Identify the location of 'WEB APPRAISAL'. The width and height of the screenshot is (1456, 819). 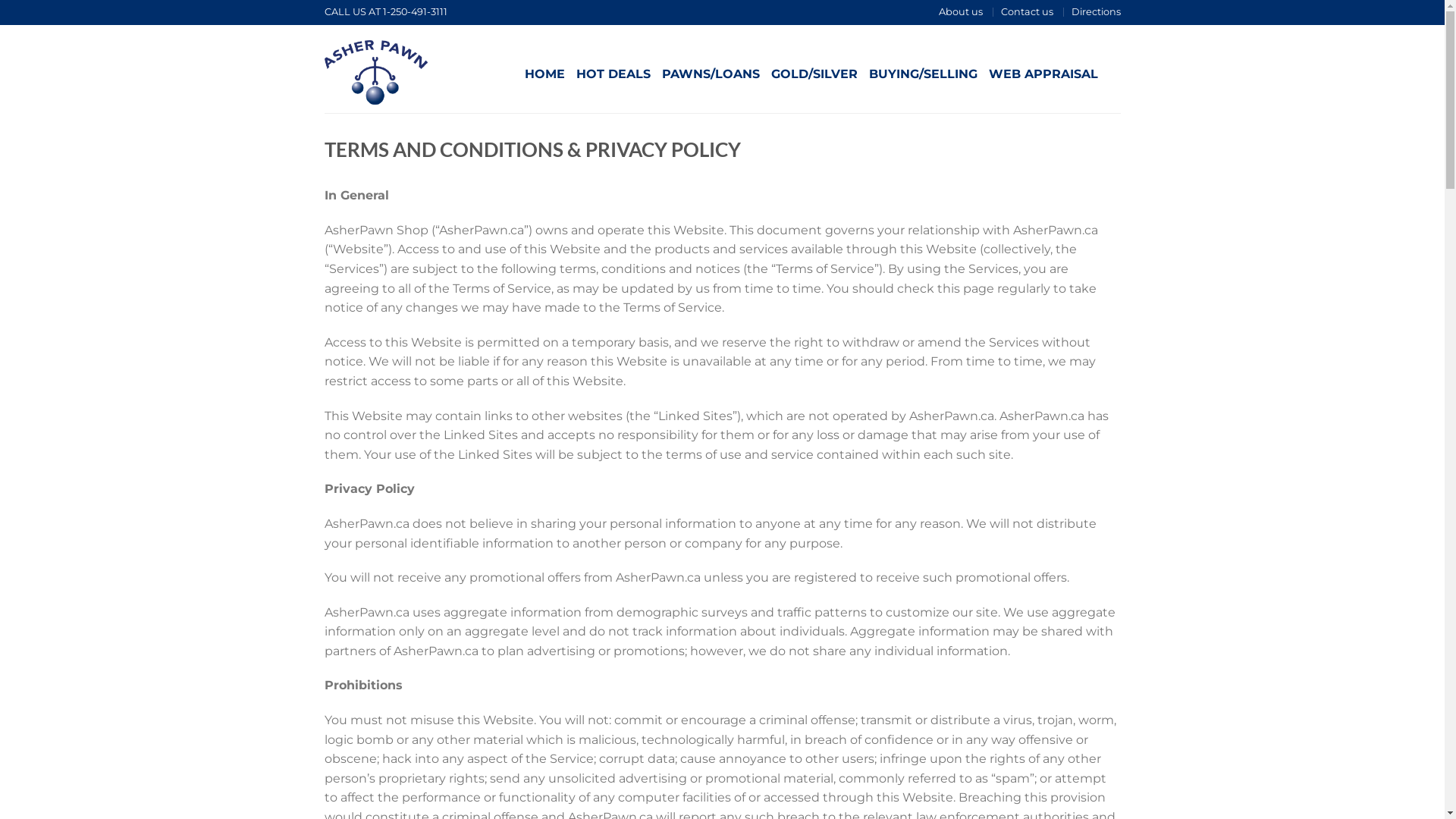
(1043, 74).